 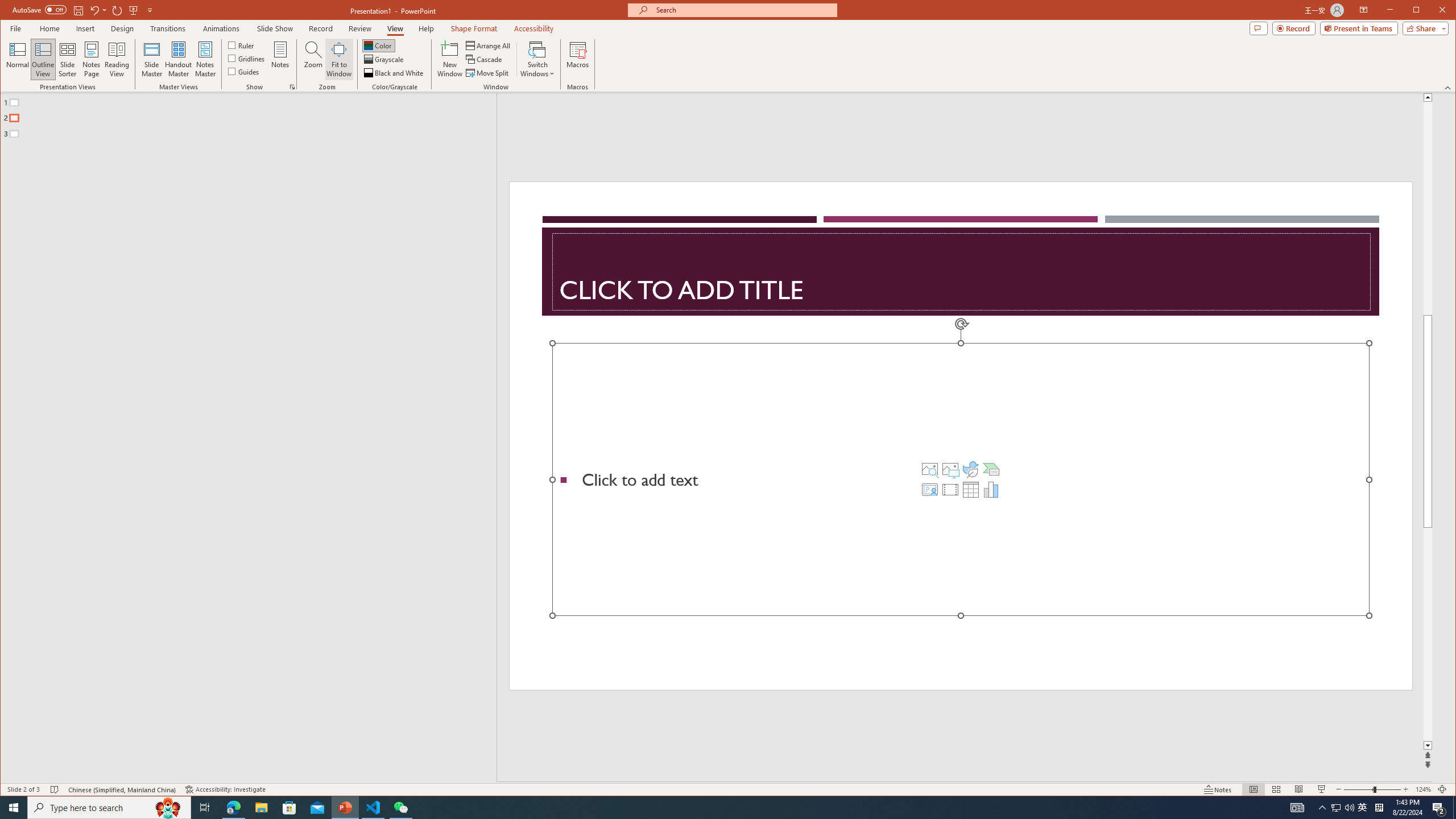 What do you see at coordinates (971, 469) in the screenshot?
I see `'Insert an Icon'` at bounding box center [971, 469].